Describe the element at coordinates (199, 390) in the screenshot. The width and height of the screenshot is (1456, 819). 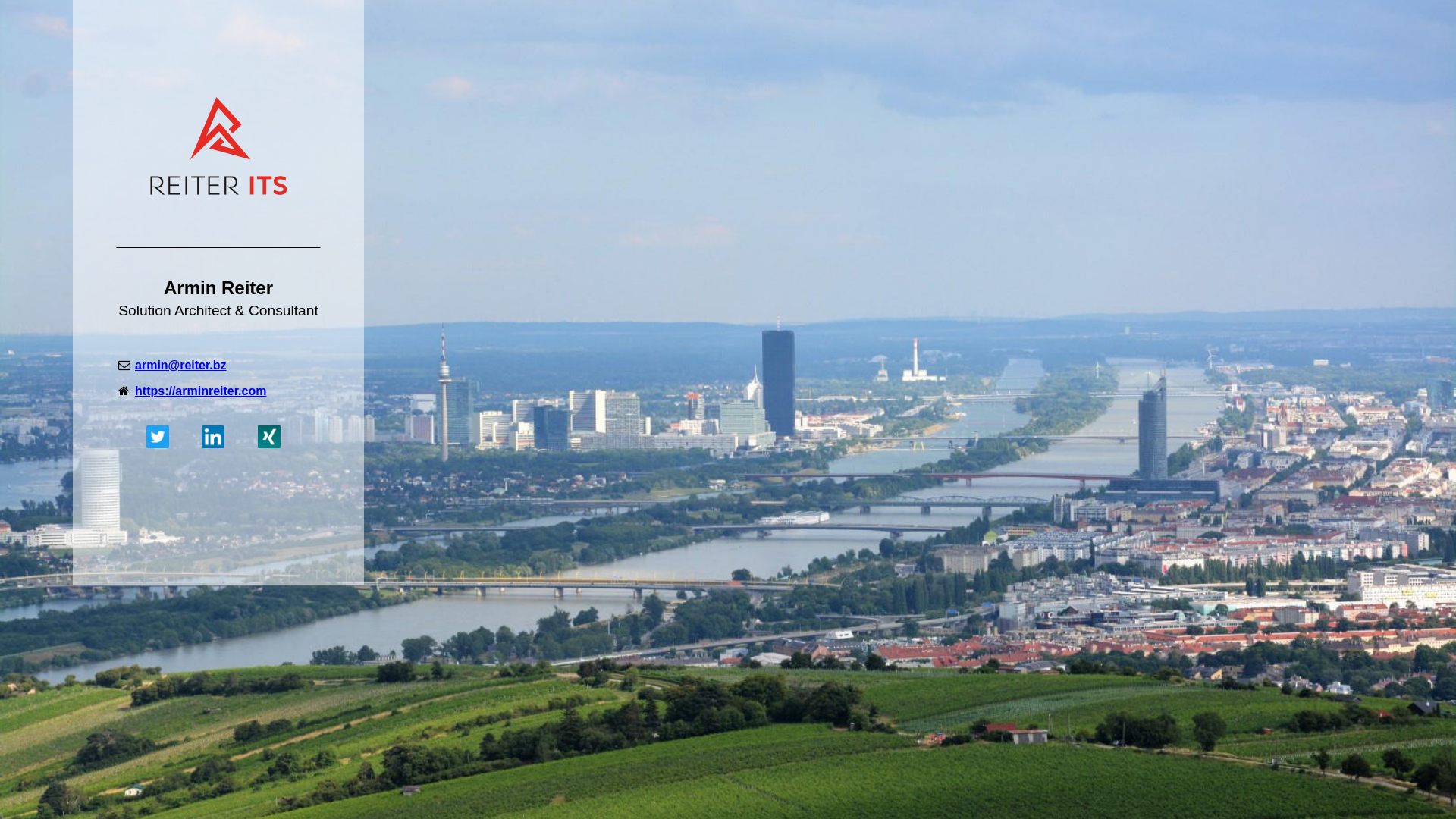
I see `'https://arminreiter.com'` at that location.